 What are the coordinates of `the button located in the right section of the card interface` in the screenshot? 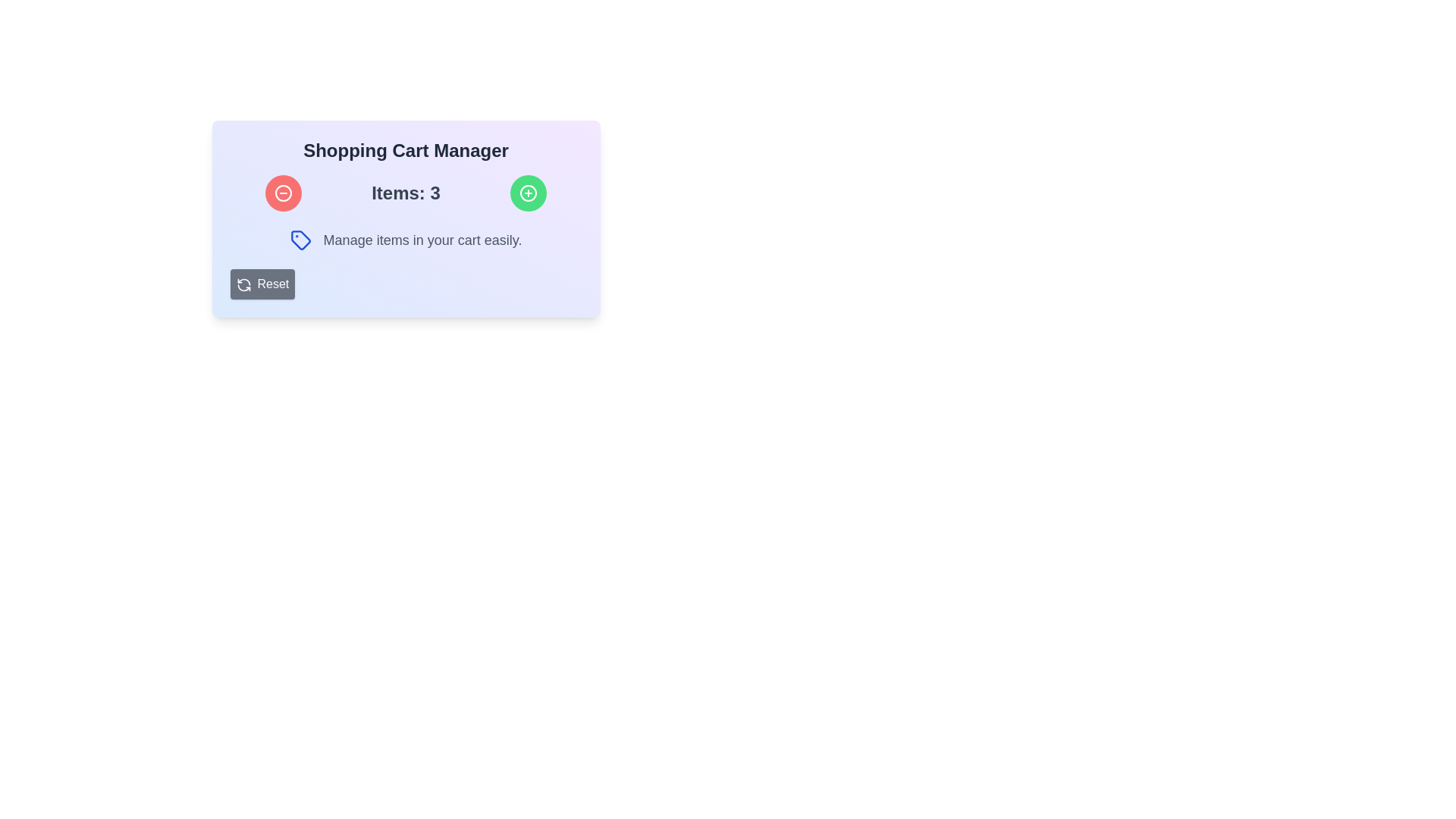 It's located at (529, 192).